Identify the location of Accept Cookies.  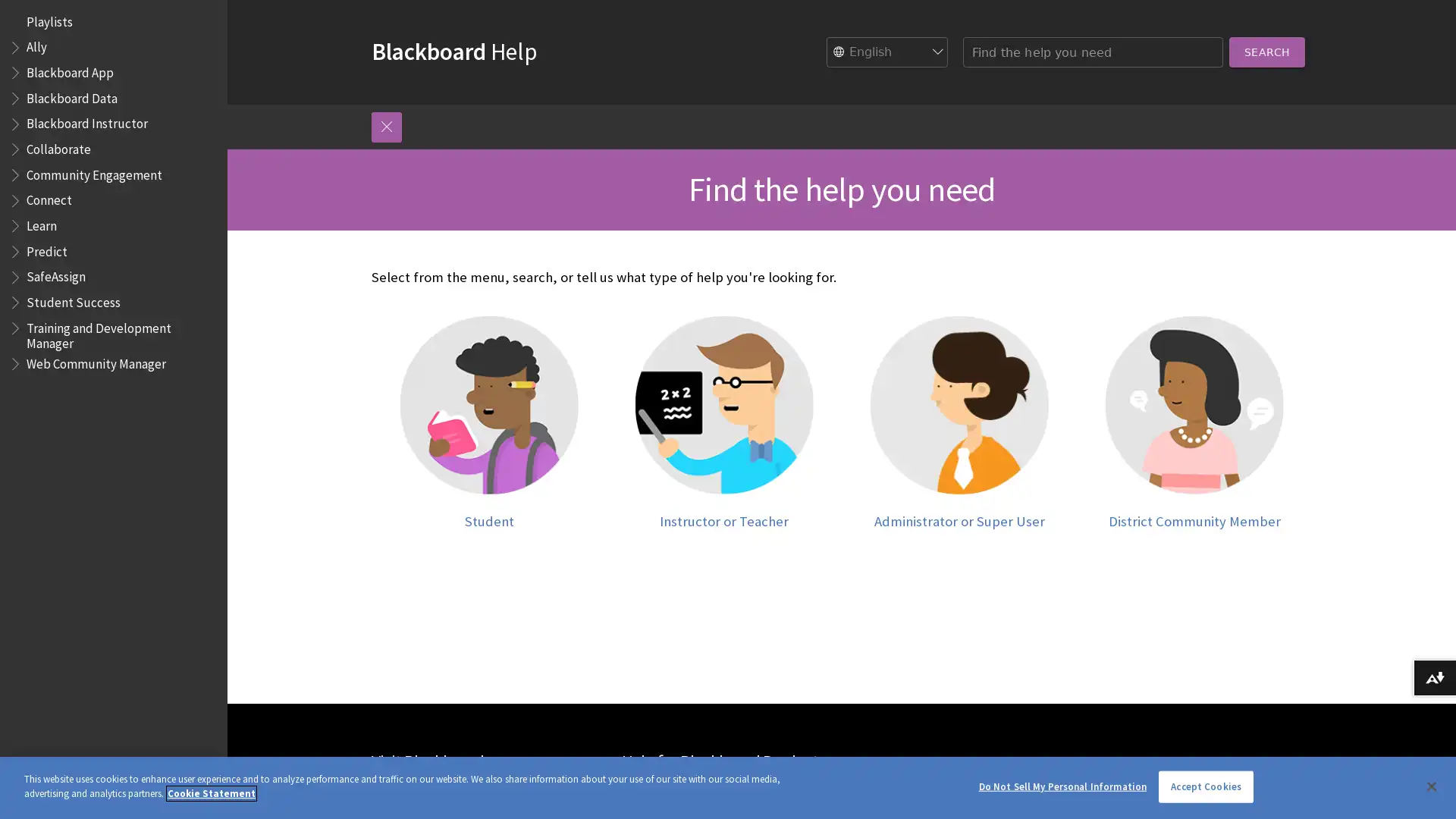
(1205, 786).